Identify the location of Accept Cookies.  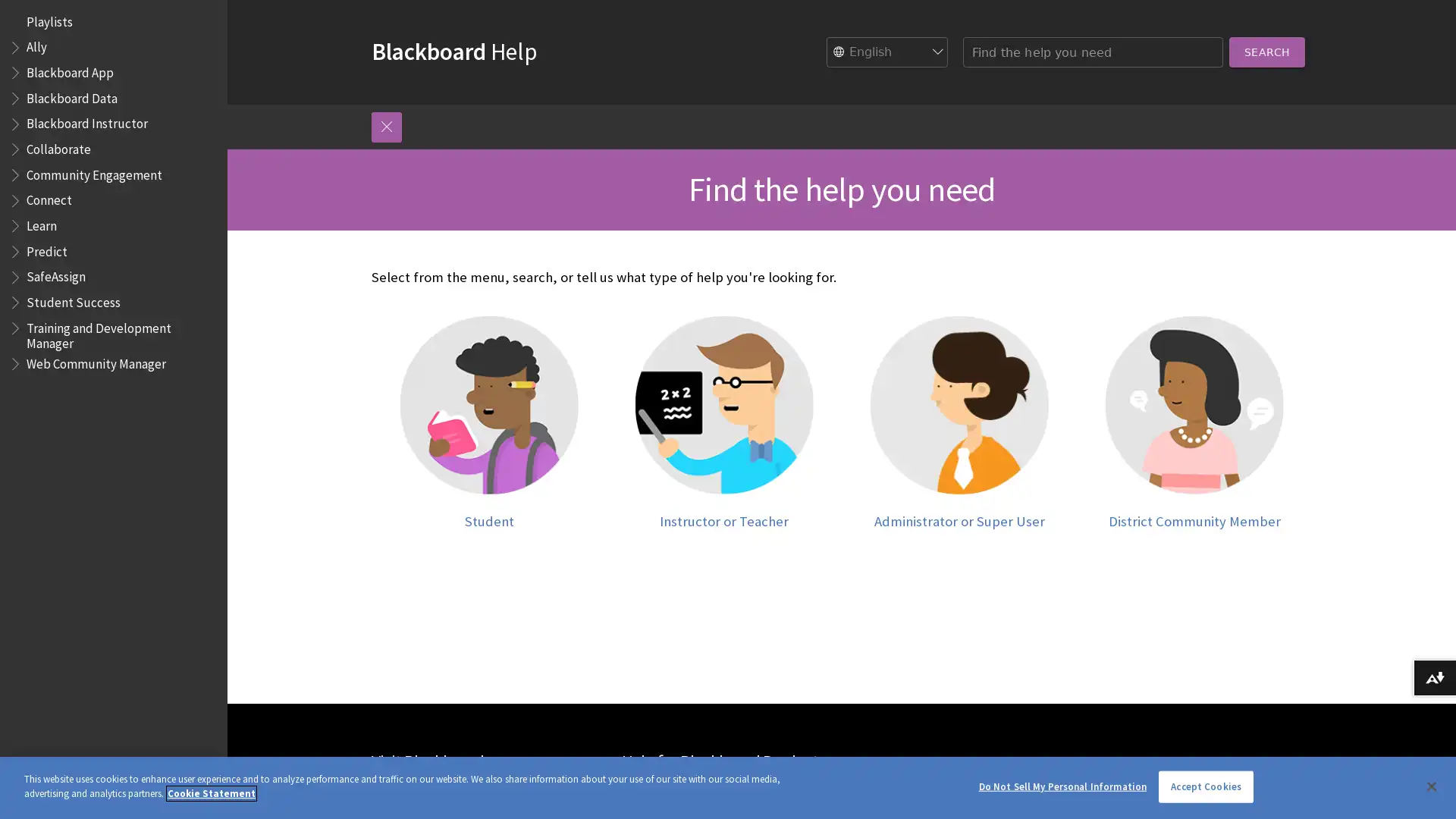
(1205, 786).